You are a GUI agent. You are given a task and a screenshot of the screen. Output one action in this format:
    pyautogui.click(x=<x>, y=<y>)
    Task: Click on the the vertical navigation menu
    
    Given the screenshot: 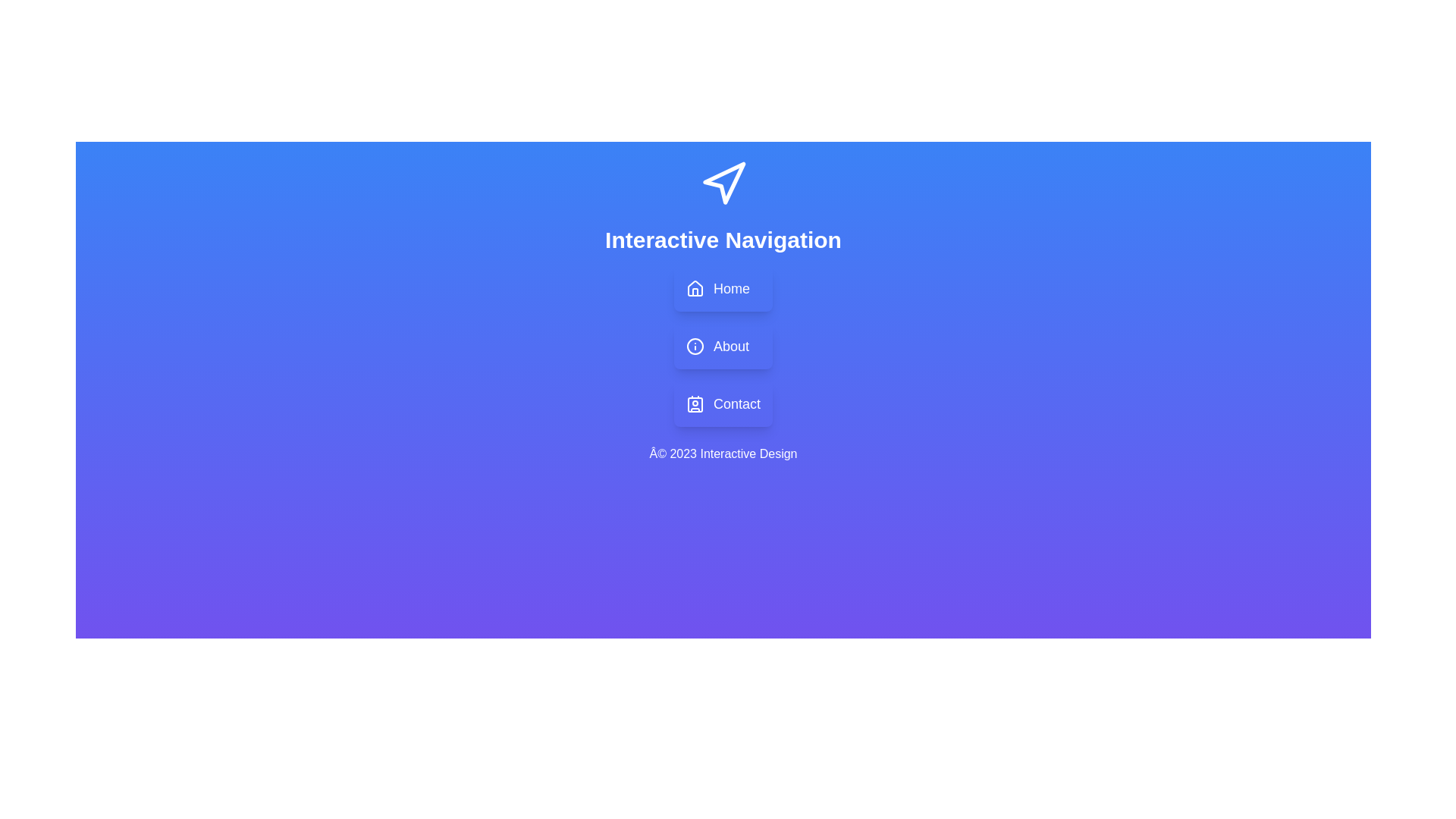 What is the action you would take?
    pyautogui.click(x=723, y=346)
    